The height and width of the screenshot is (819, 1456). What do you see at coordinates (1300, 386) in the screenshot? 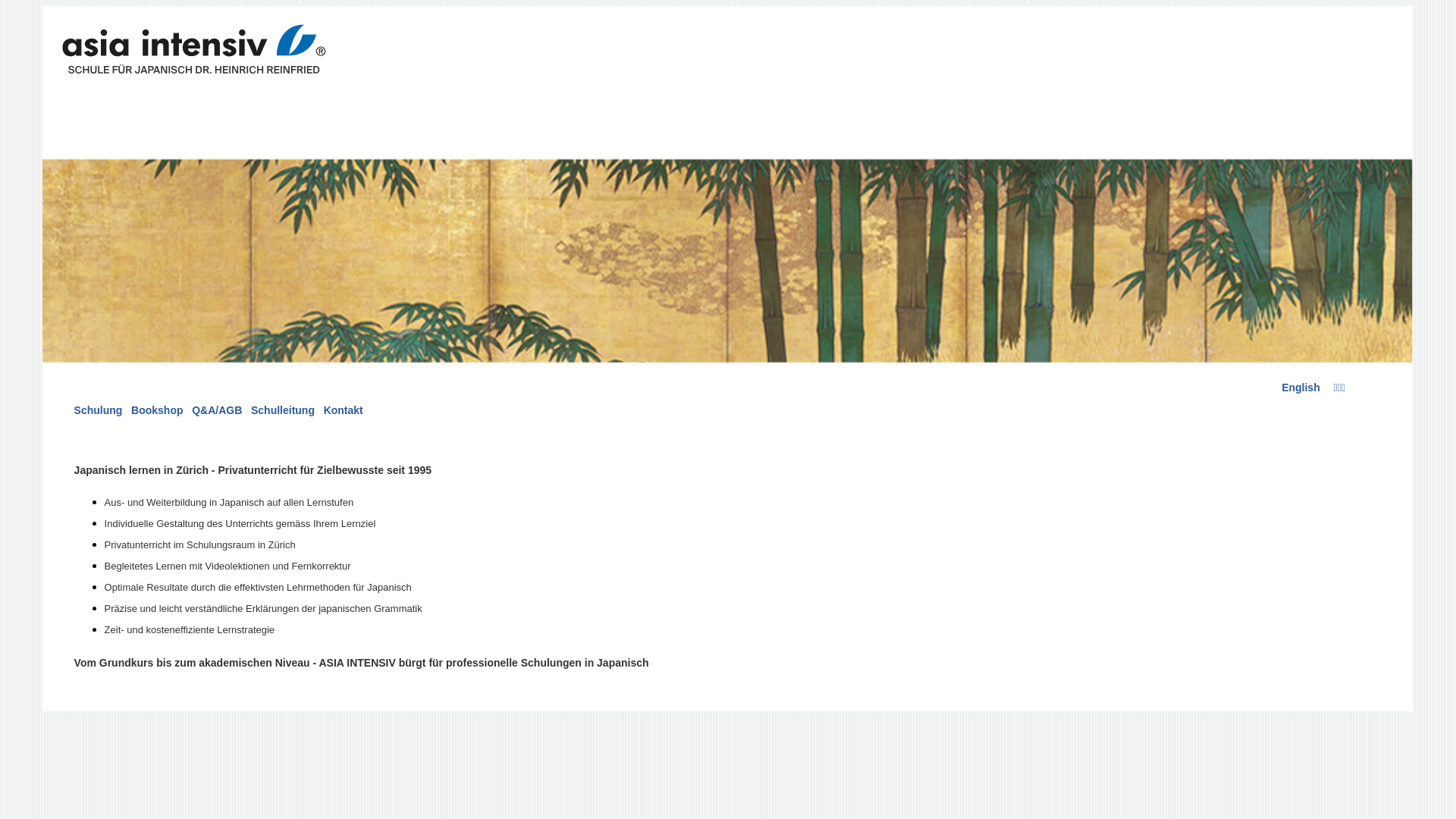
I see `'English'` at bounding box center [1300, 386].